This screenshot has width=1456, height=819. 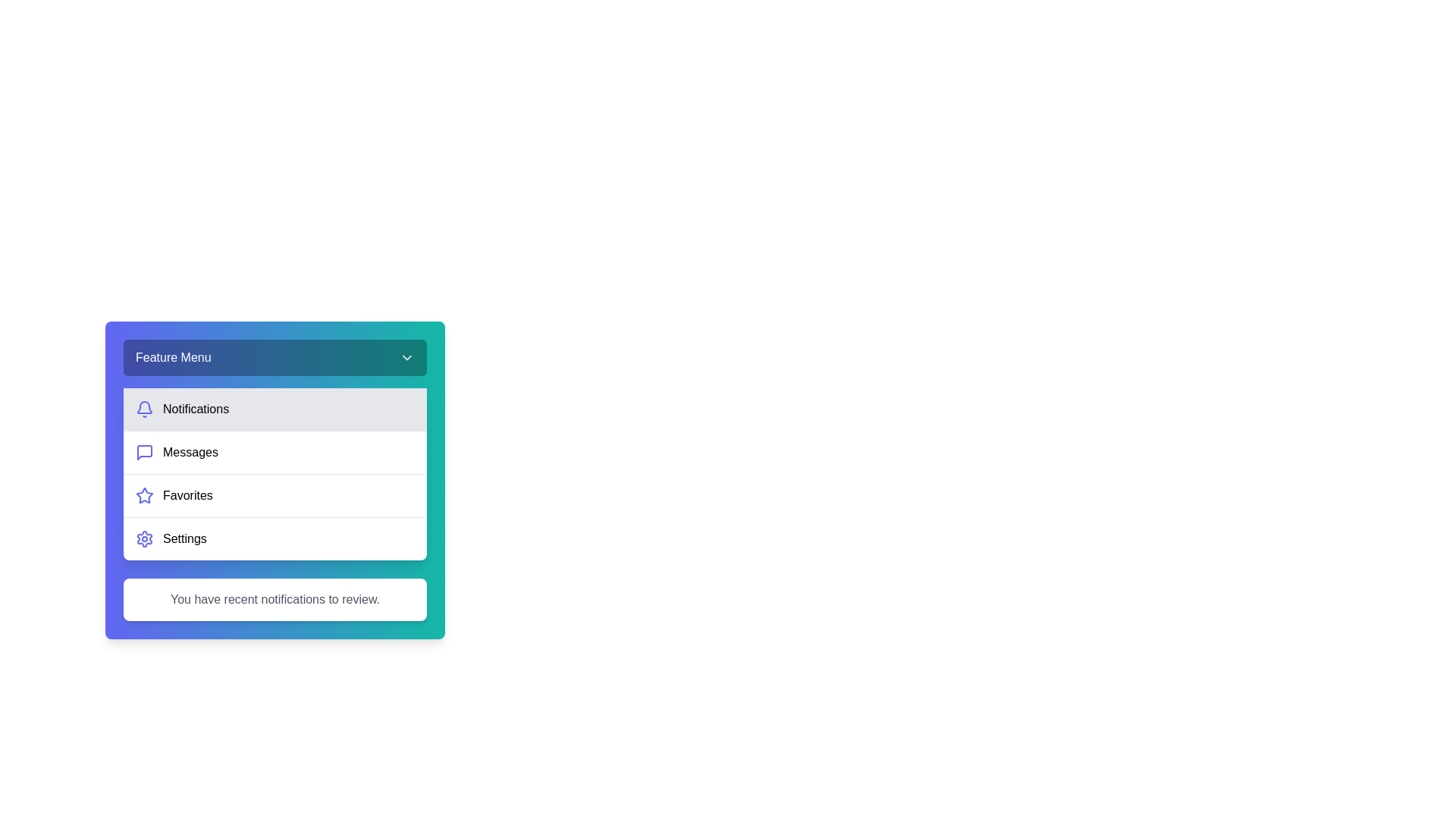 I want to click on the speech bubble icon outlined in blue with rounded corners, located to the left of the 'Messages' text label in the central menu of the UI, so click(x=145, y=452).